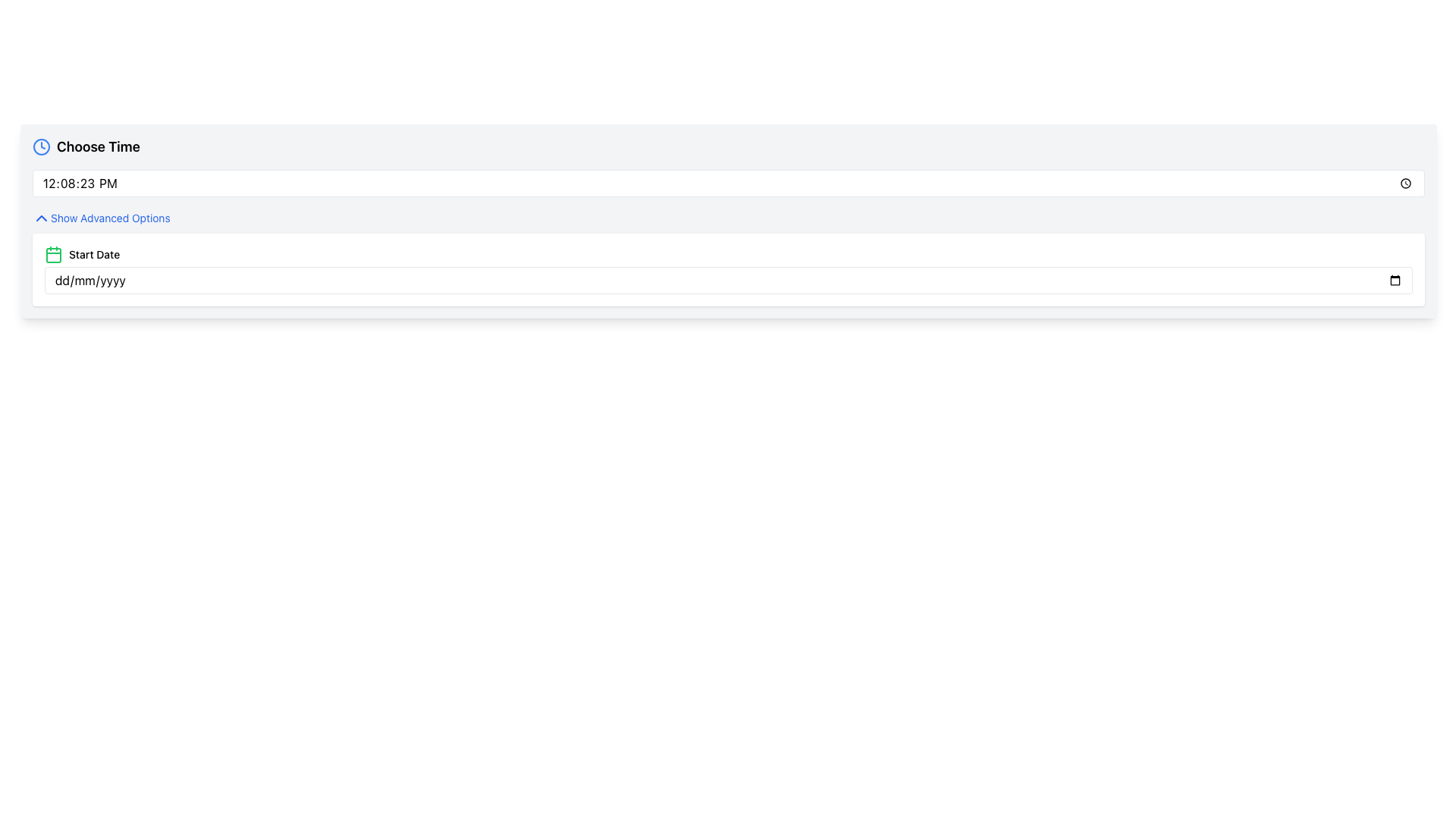 The image size is (1456, 819). I want to click on the clock icon located to the left of the 'Choose Time' text, which indicates a time-related feature, so click(41, 146).